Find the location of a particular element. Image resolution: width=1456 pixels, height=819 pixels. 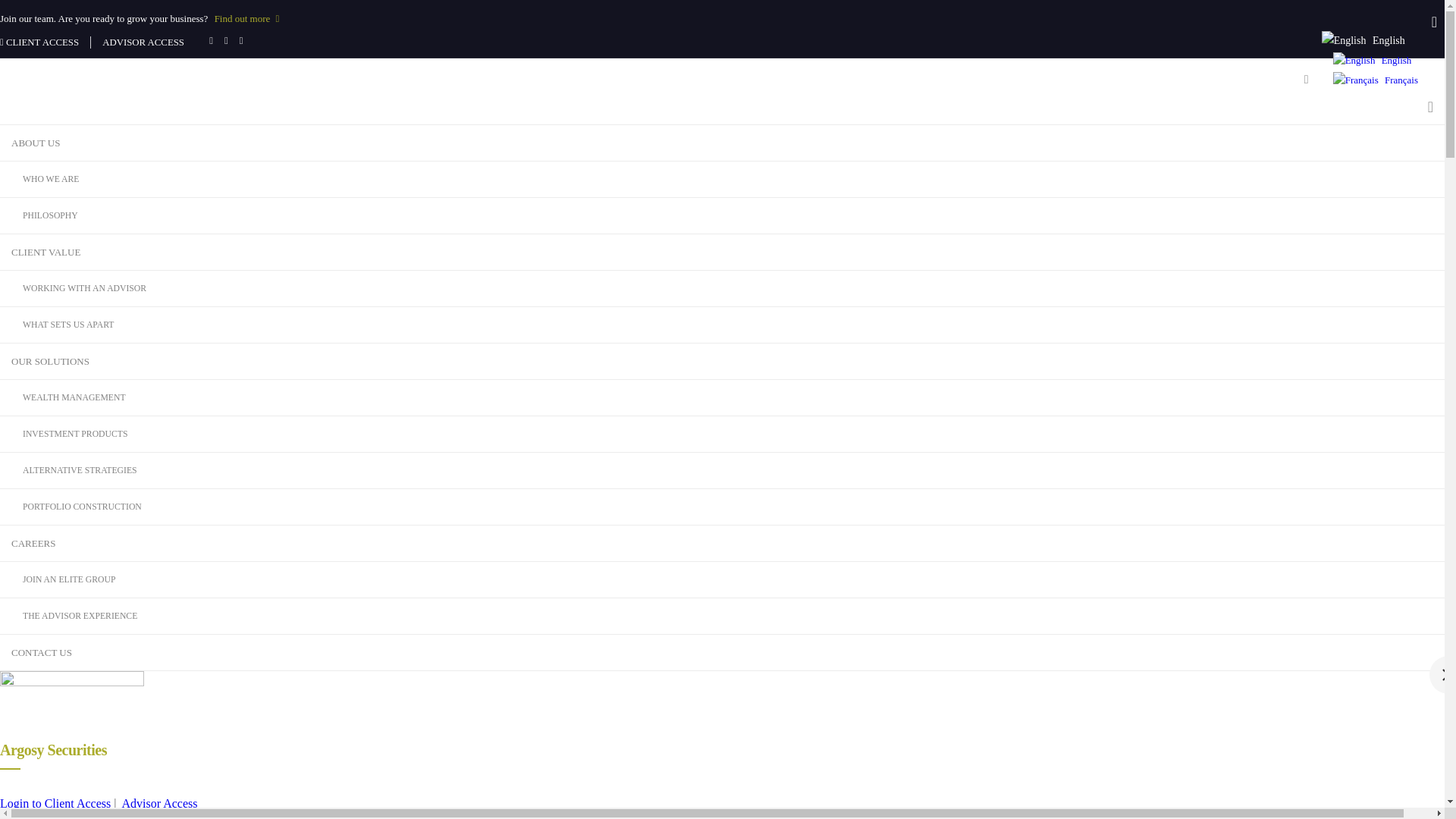

'CLIENT ACCESS' is located at coordinates (39, 42).